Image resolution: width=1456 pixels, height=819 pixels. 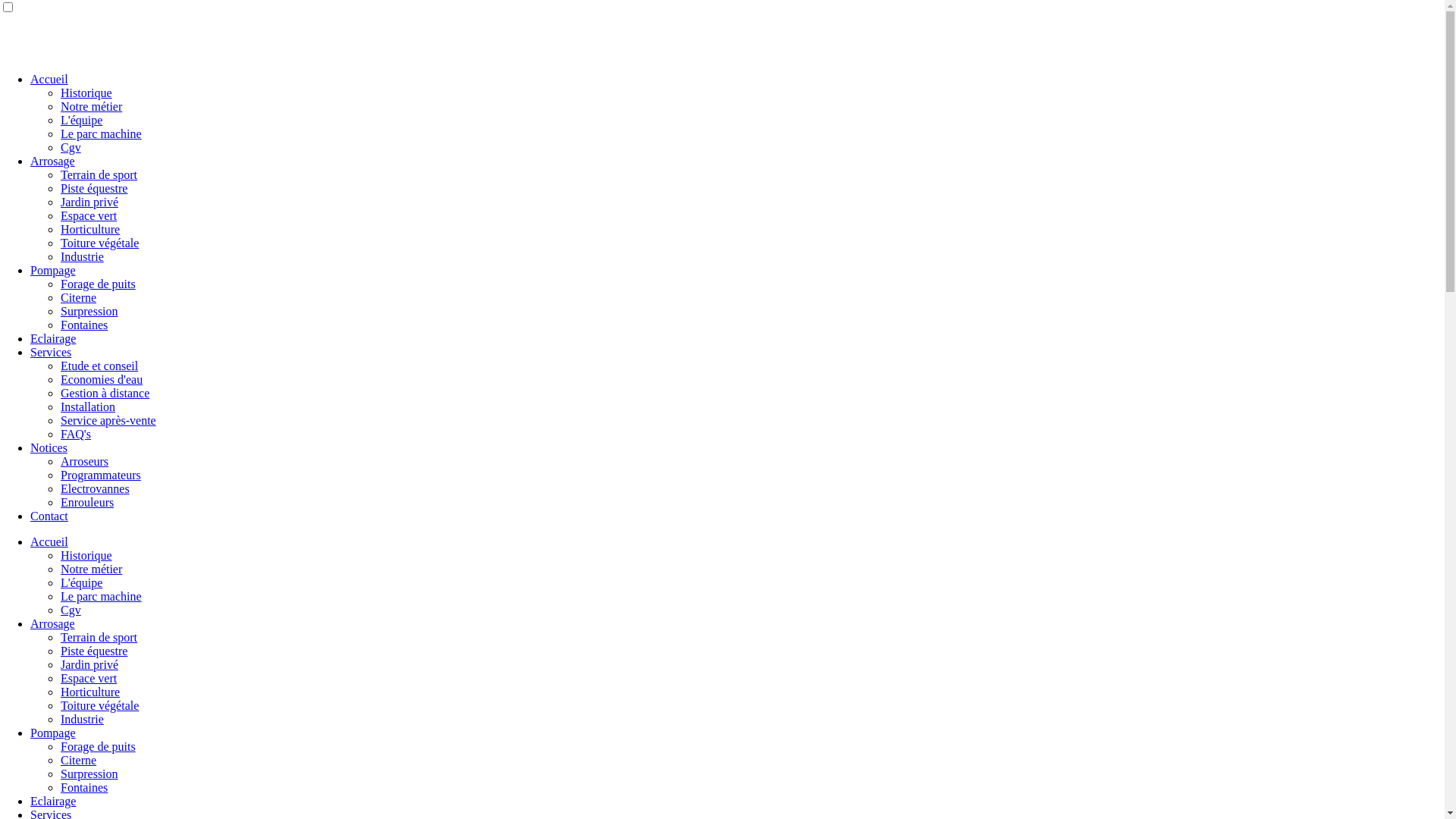 I want to click on 'FAQ's', so click(x=75, y=434).